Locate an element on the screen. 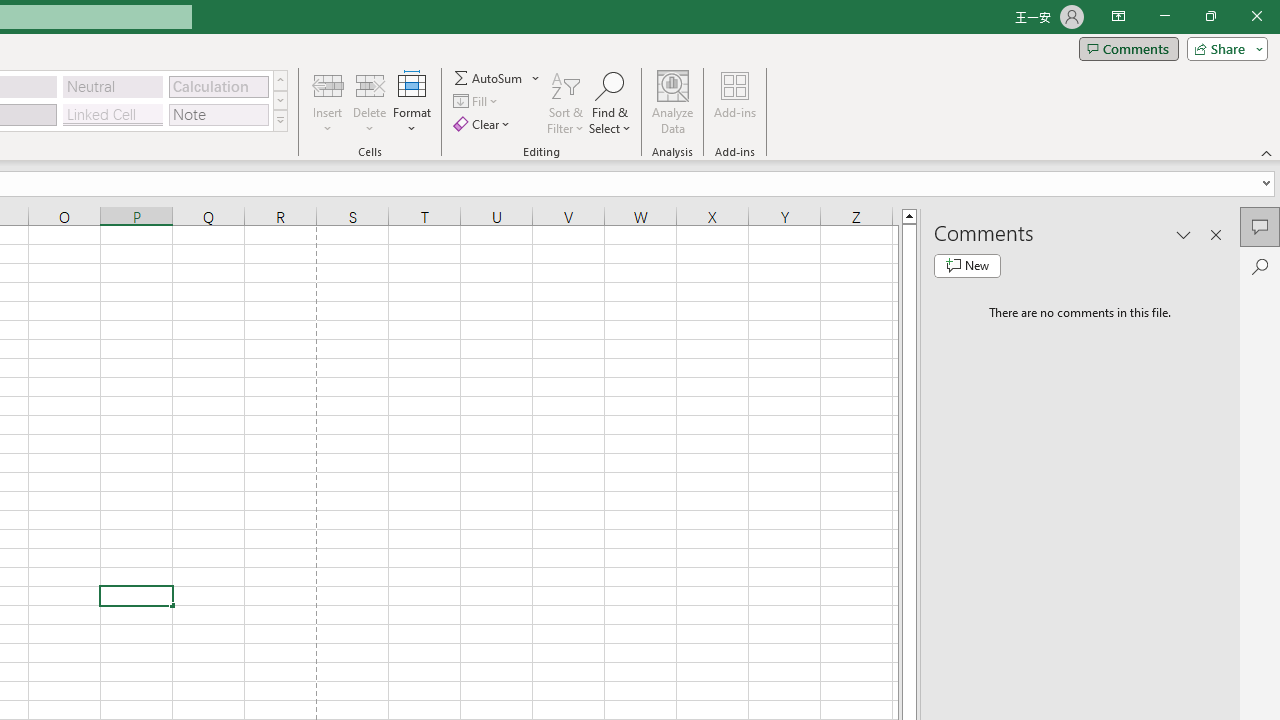 This screenshot has height=720, width=1280. 'AutoSum' is located at coordinates (497, 77).